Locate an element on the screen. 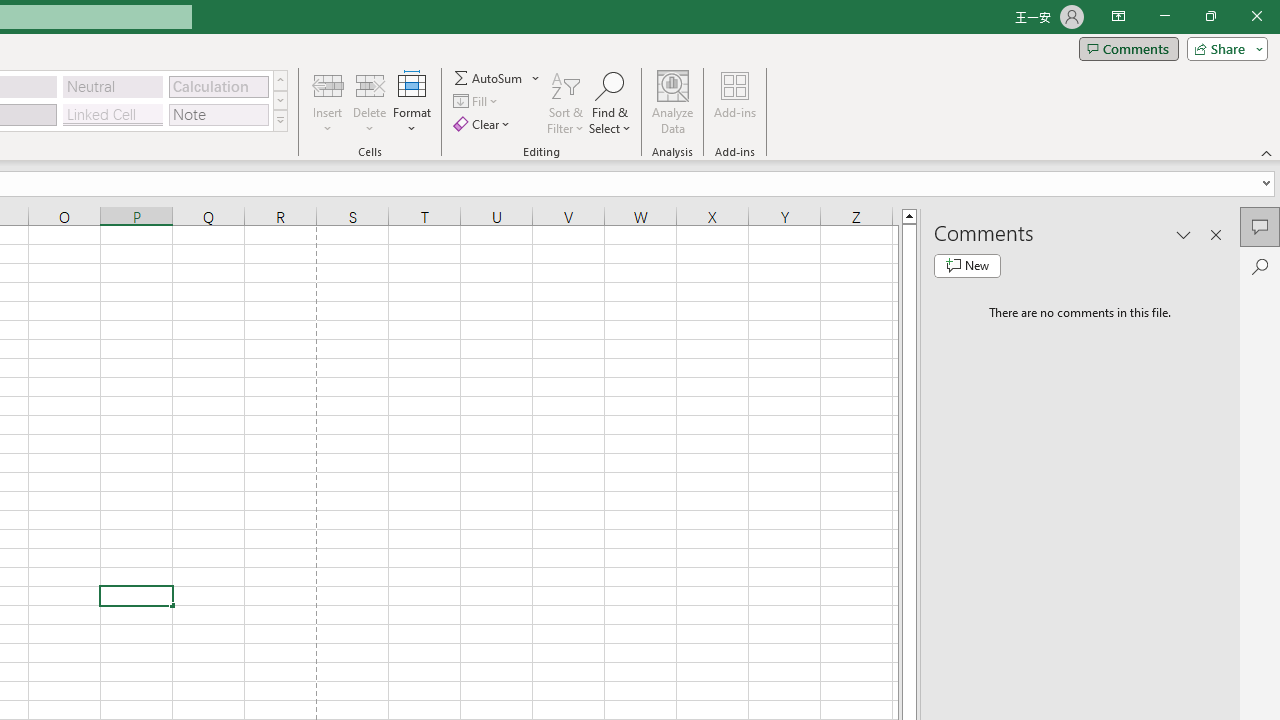 This screenshot has height=720, width=1280. 'AutoSum' is located at coordinates (497, 77).